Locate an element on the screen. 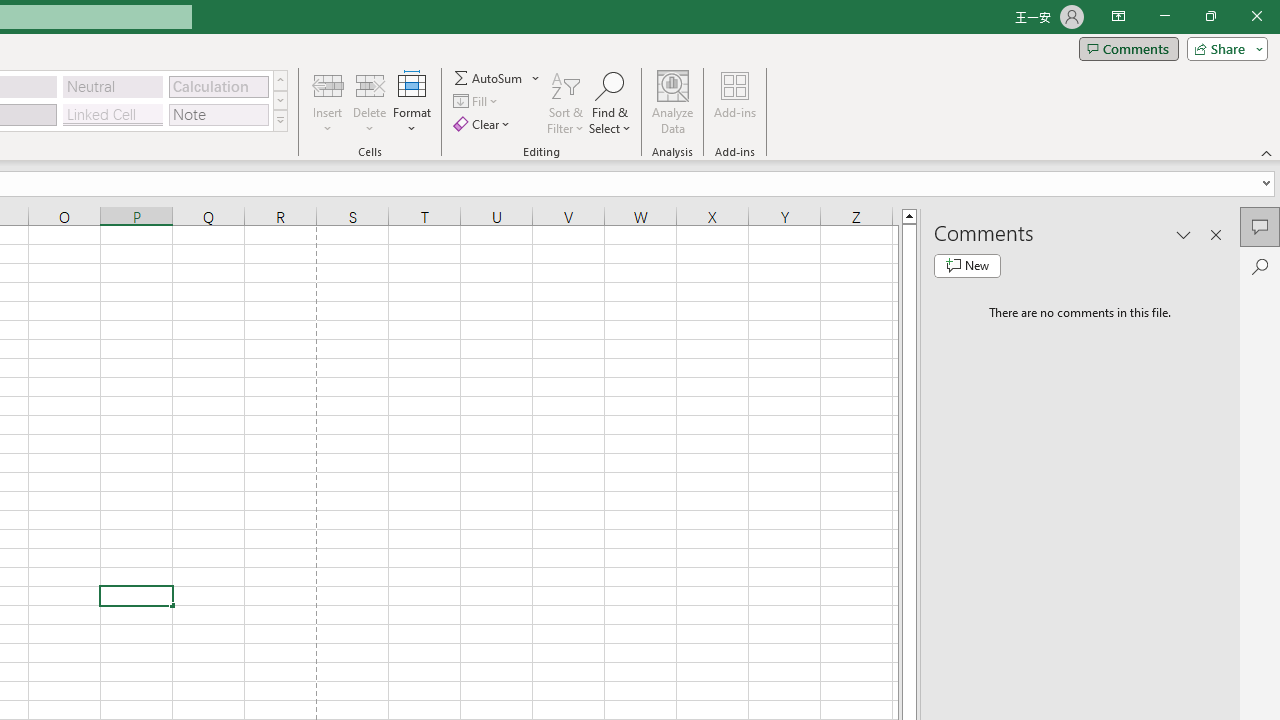 This screenshot has height=720, width=1280. 'AutoSum' is located at coordinates (497, 77).